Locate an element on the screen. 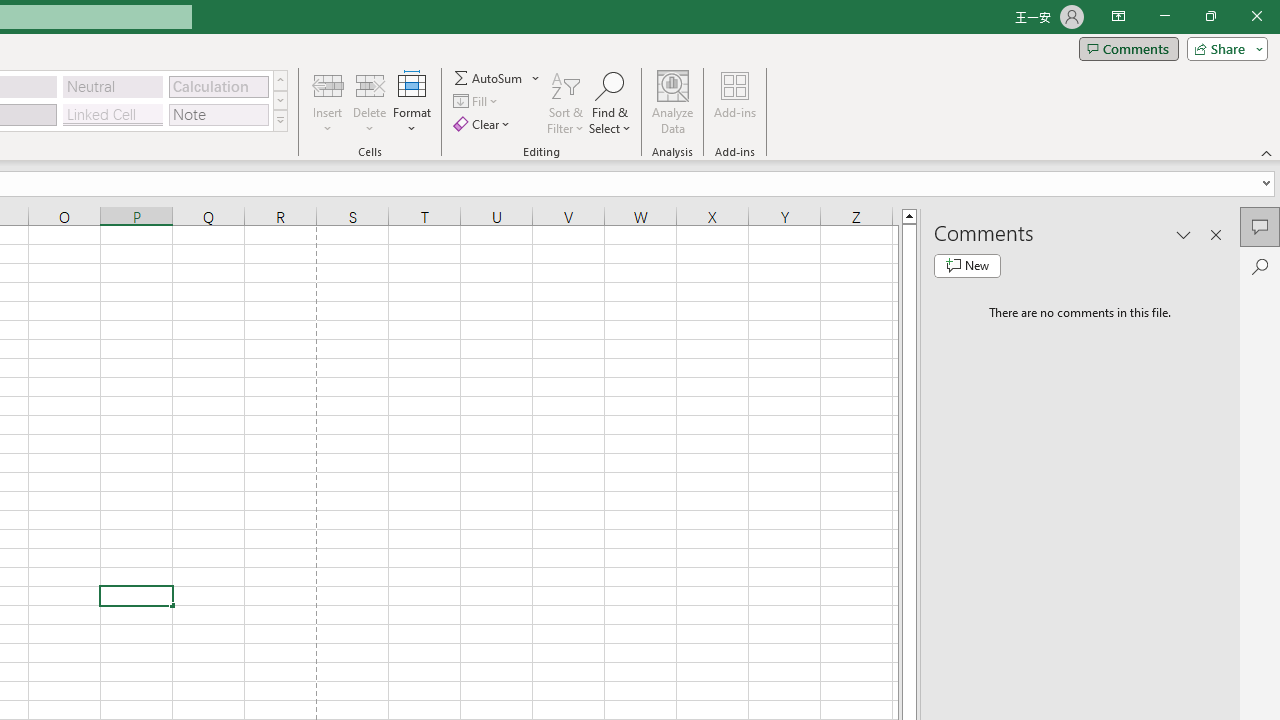 This screenshot has height=720, width=1280. 'AutoSum' is located at coordinates (497, 77).